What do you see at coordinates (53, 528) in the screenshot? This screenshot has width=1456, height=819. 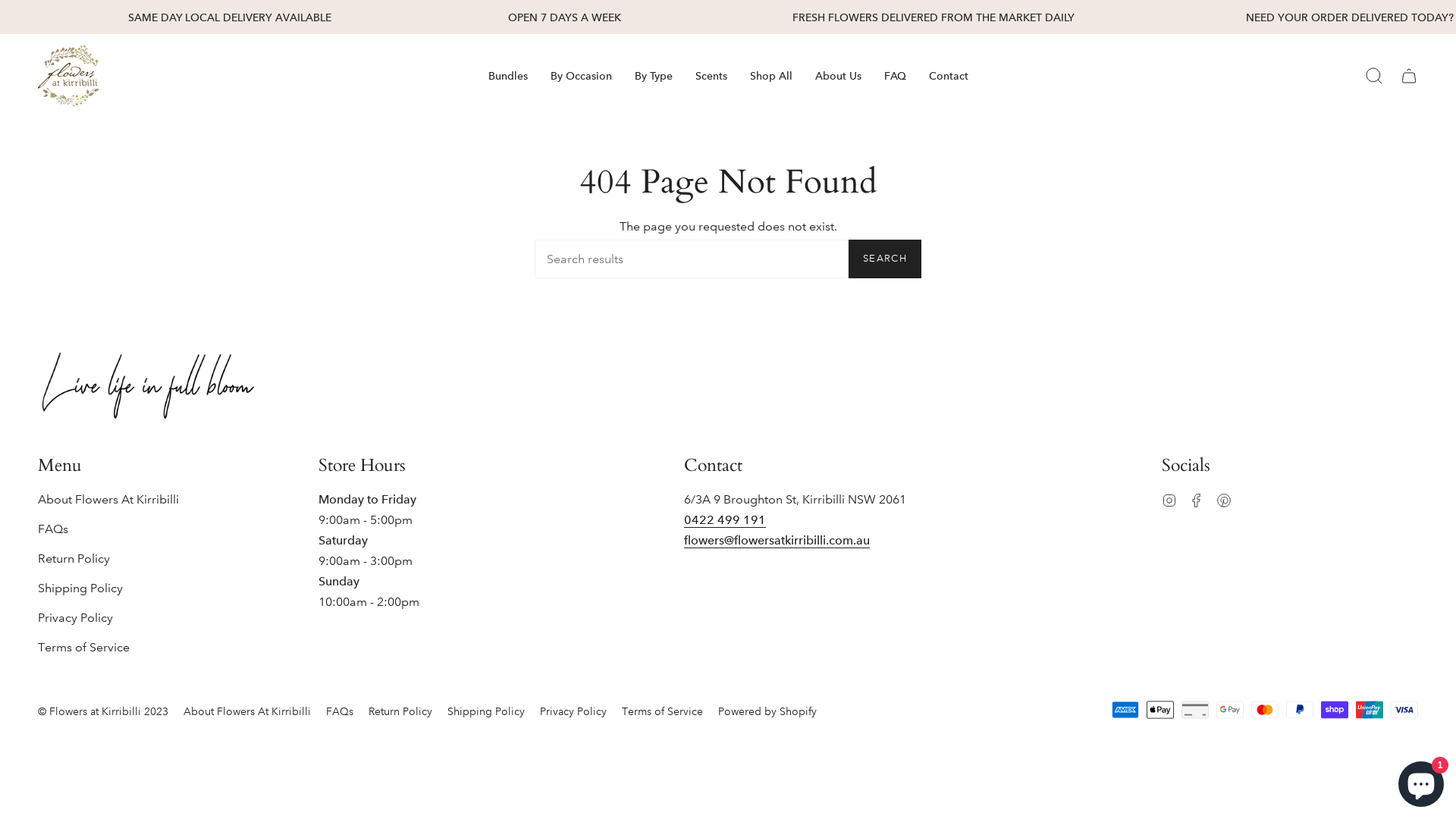 I see `'FAQs'` at bounding box center [53, 528].